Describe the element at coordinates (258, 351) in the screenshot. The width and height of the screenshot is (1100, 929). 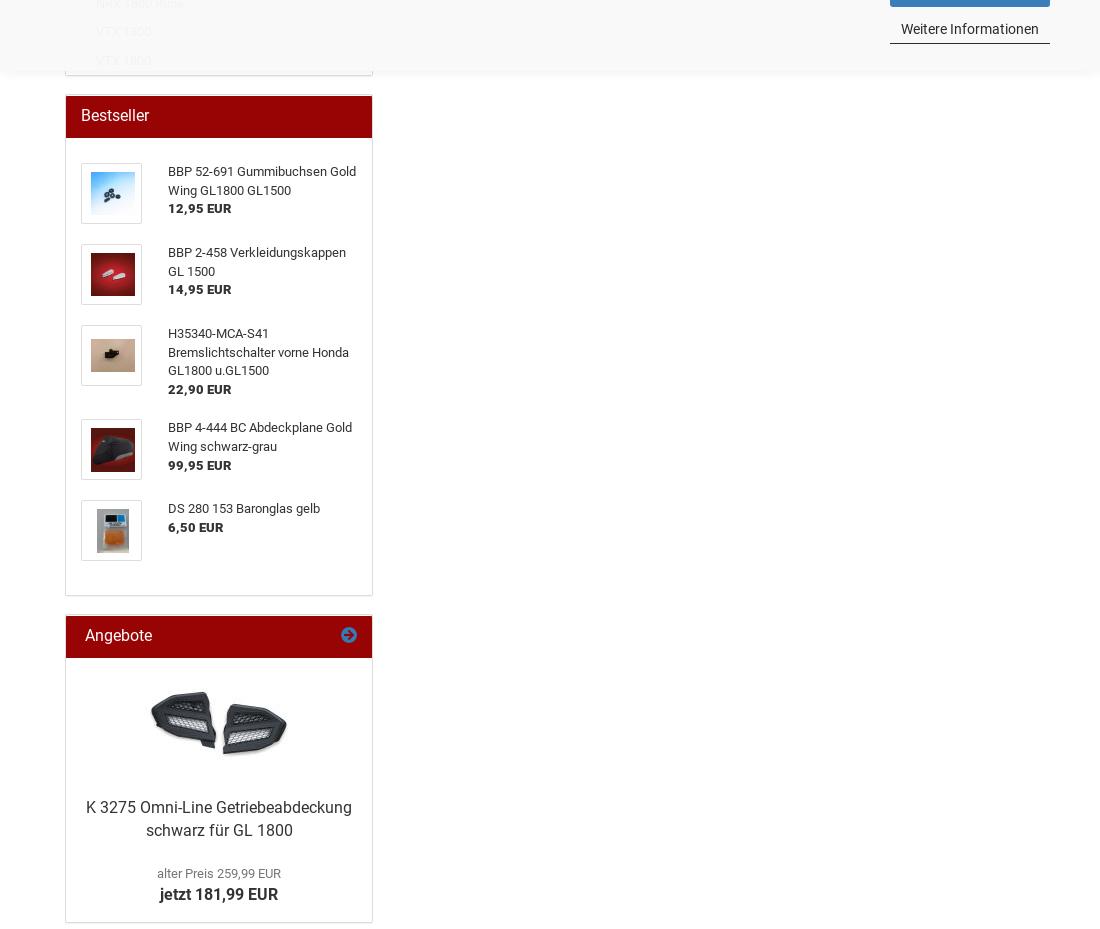
I see `'H35340-MCA-S41 Bremslichtschalter vorne Honda GL1800 u.GL1500'` at that location.